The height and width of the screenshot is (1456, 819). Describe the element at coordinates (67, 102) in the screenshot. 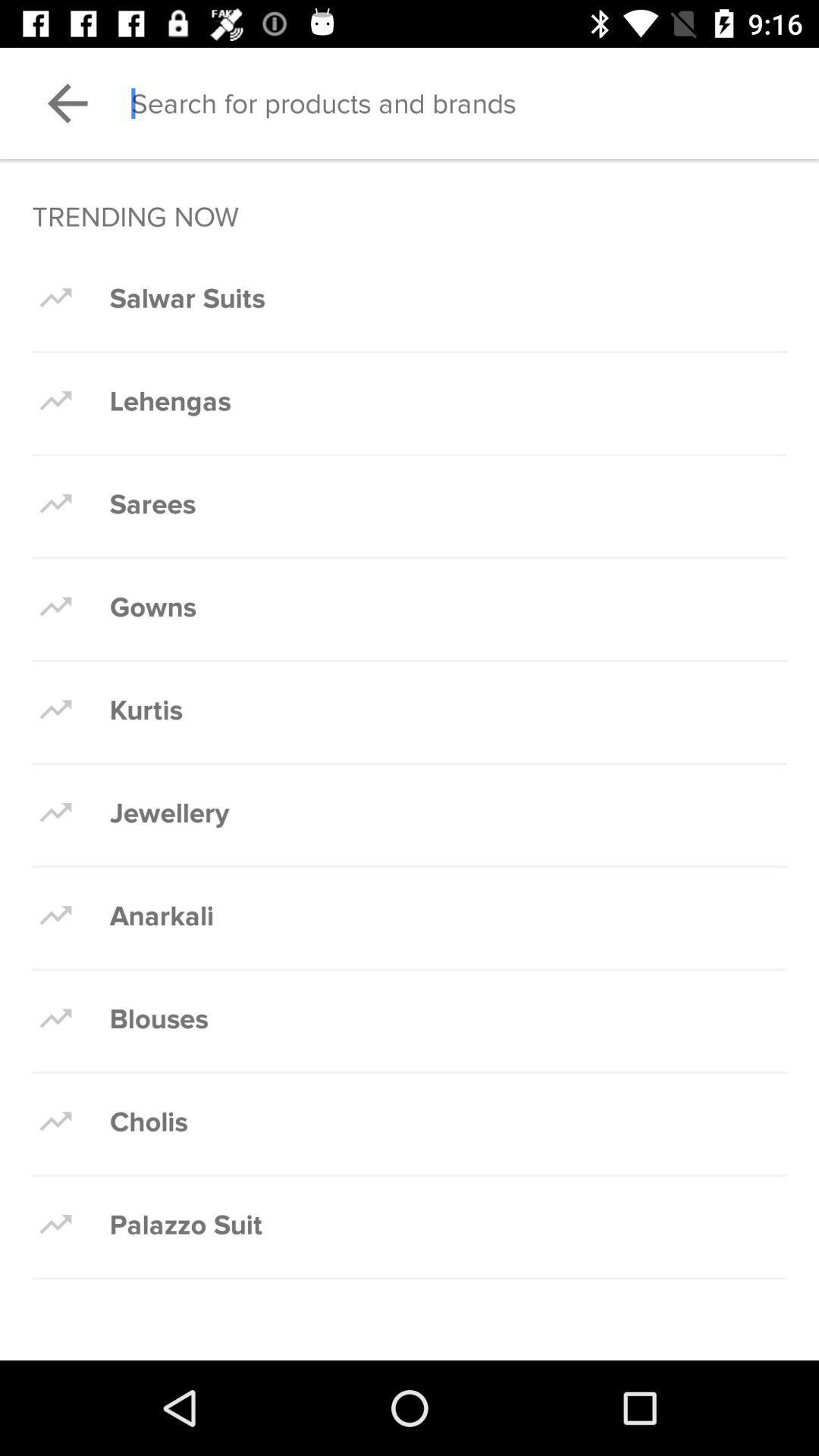

I see `go back` at that location.